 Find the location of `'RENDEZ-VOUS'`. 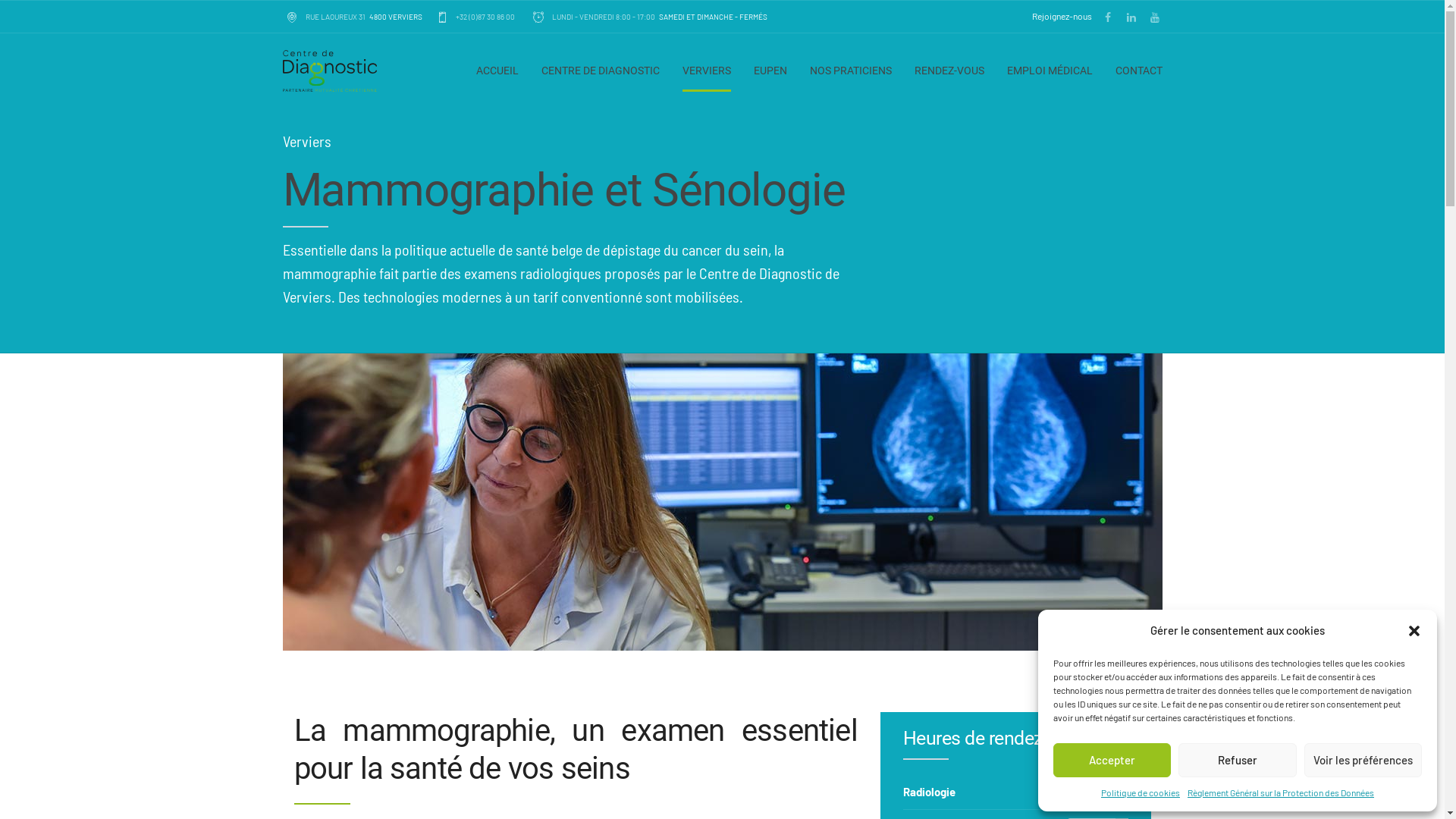

'RENDEZ-VOUS' is located at coordinates (949, 71).